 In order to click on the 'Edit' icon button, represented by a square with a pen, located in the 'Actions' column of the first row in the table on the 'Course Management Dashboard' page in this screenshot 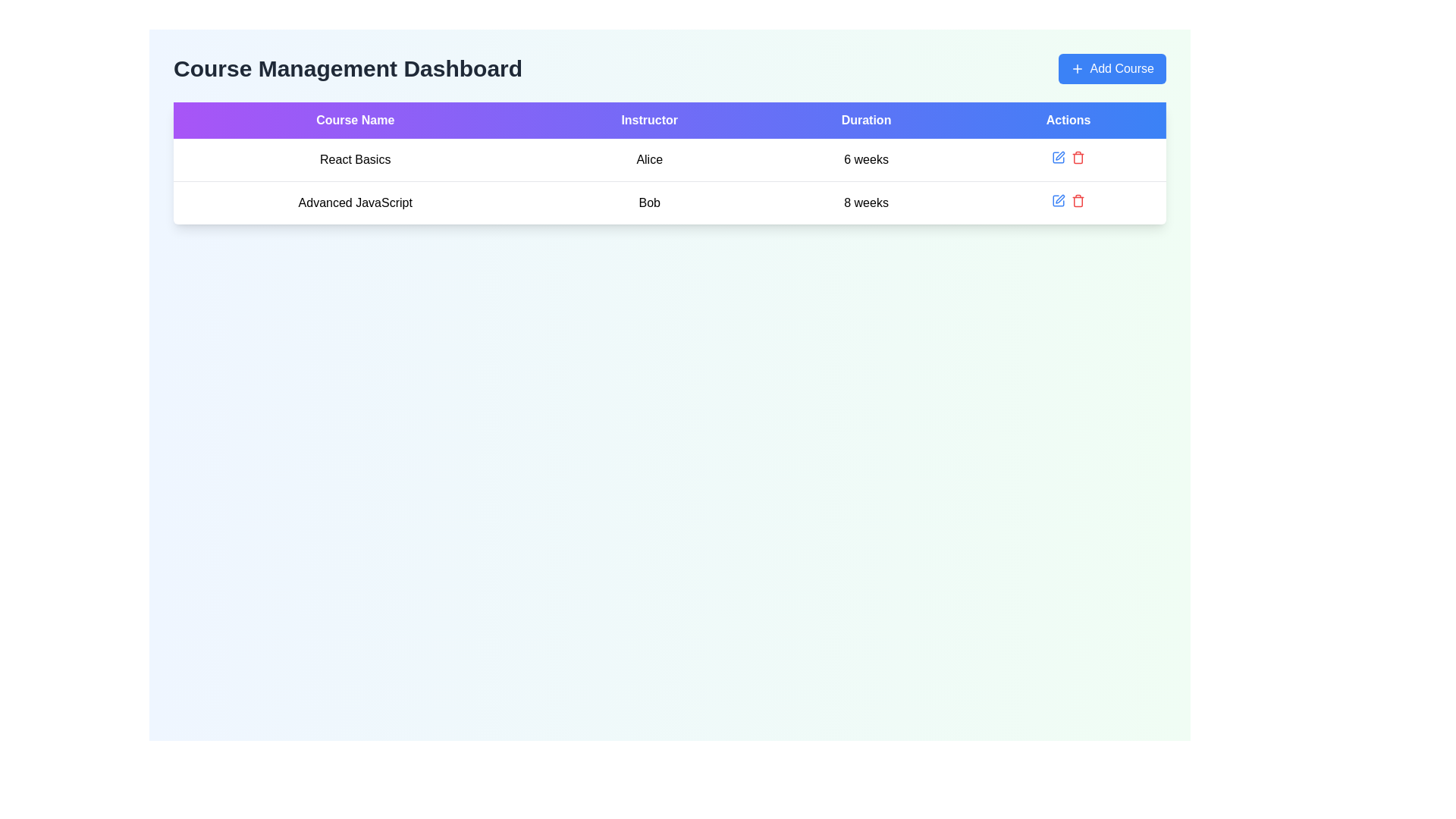, I will do `click(1058, 158)`.